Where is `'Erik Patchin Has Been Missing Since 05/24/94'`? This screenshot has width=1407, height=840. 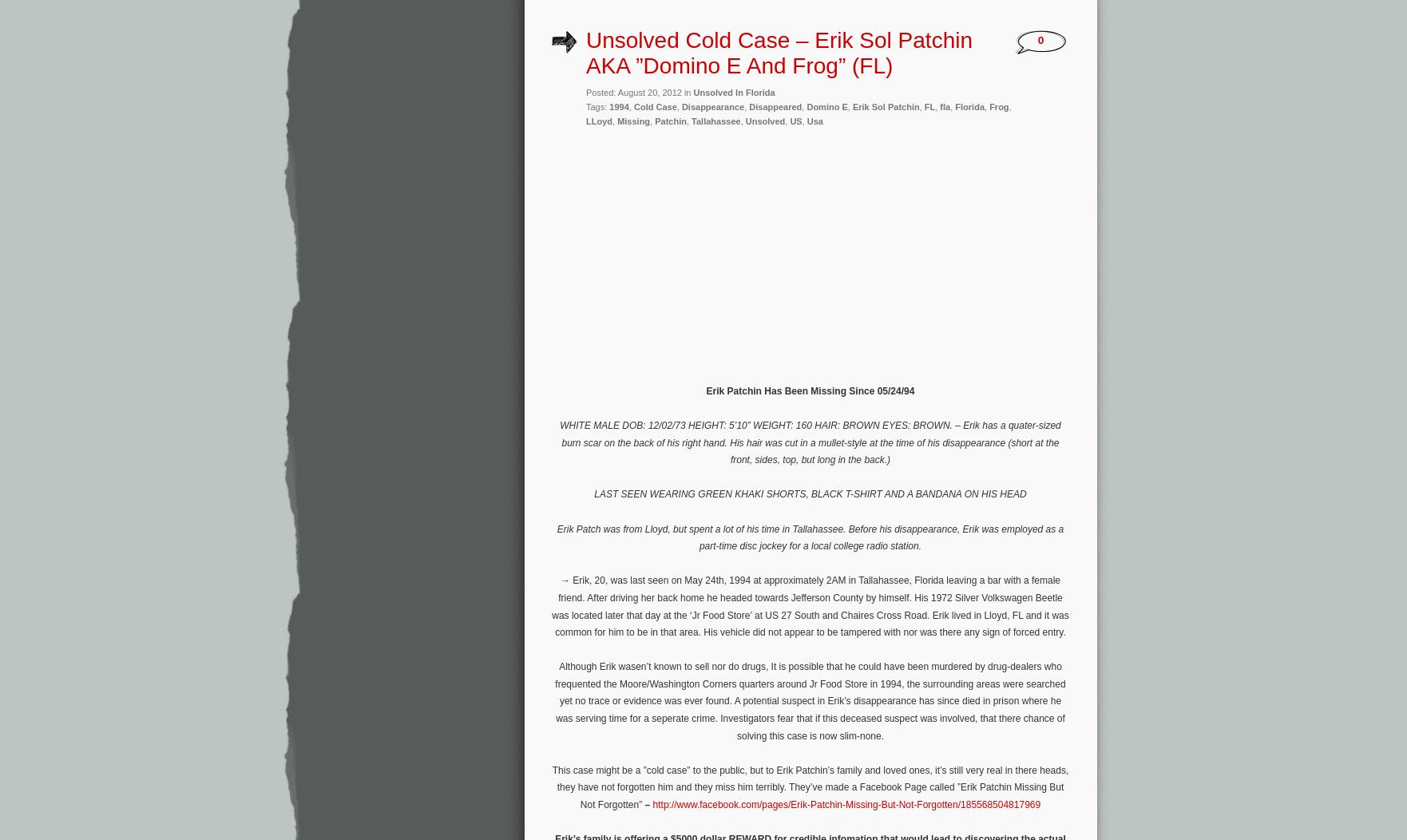 'Erik Patchin Has Been Missing Since 05/24/94' is located at coordinates (810, 389).